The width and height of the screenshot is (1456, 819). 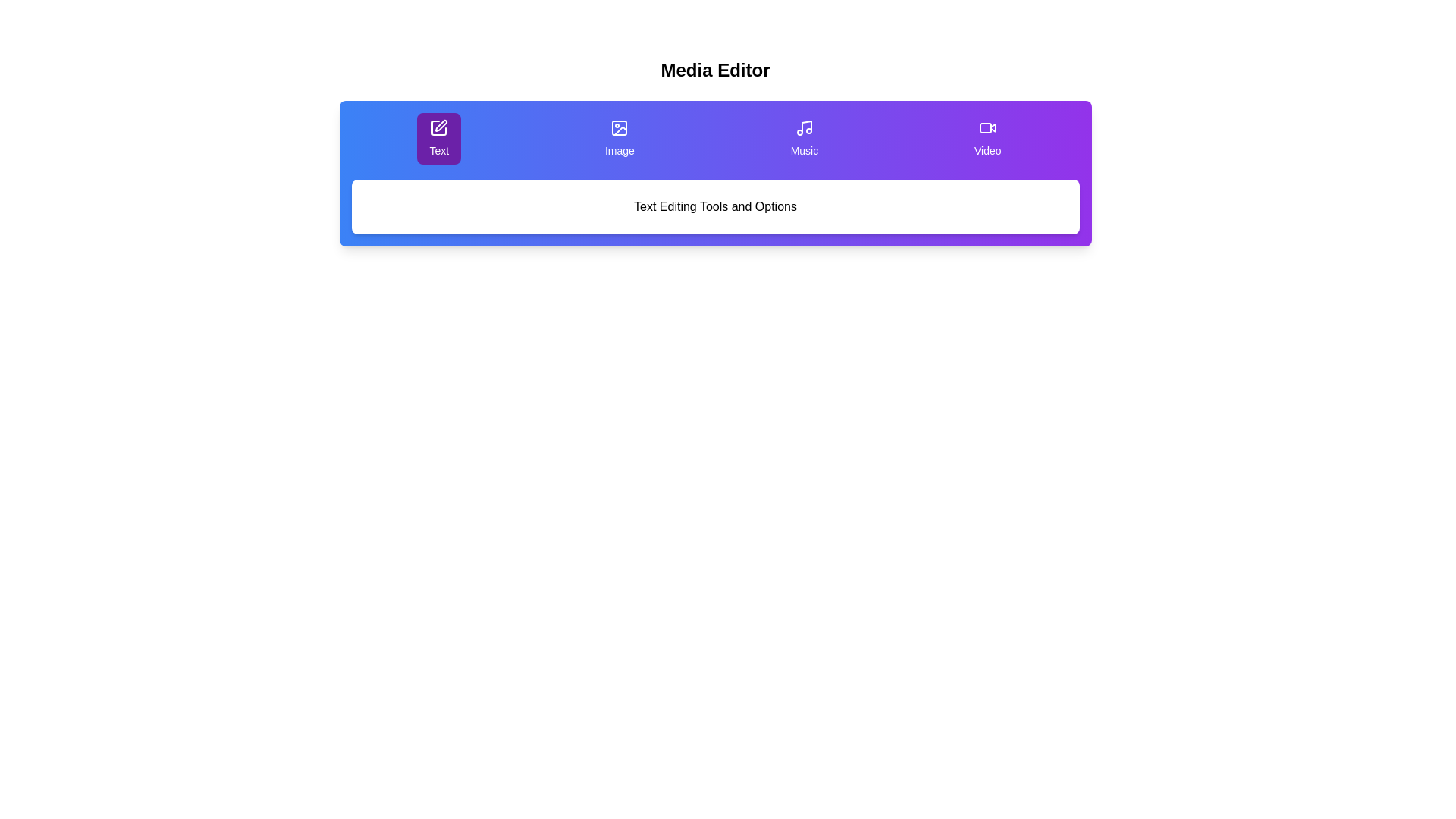 I want to click on the second button in the horizontal navigation menu, so click(x=620, y=138).